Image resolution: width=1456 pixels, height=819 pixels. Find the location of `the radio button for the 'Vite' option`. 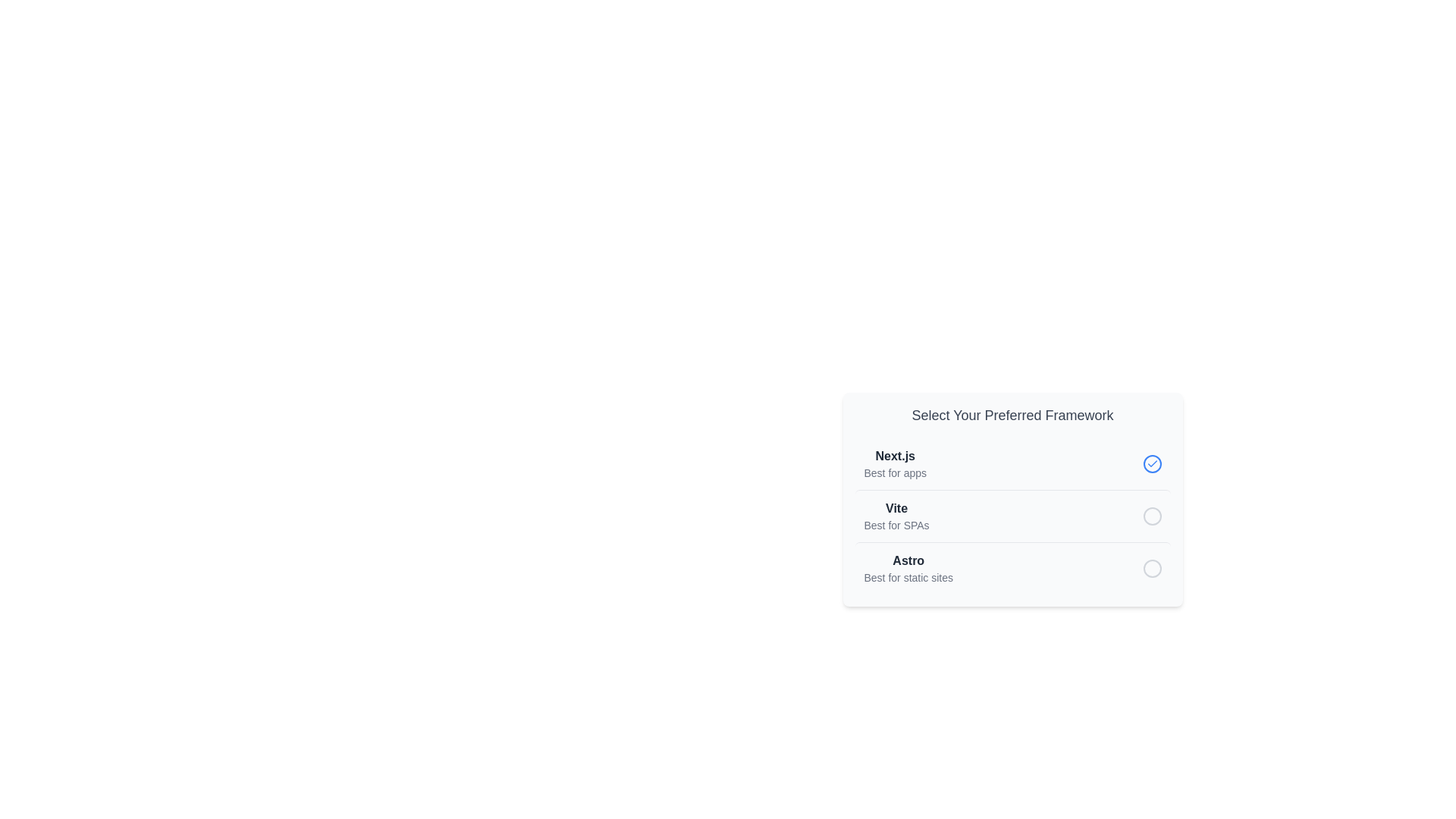

the radio button for the 'Vite' option is located at coordinates (1152, 516).